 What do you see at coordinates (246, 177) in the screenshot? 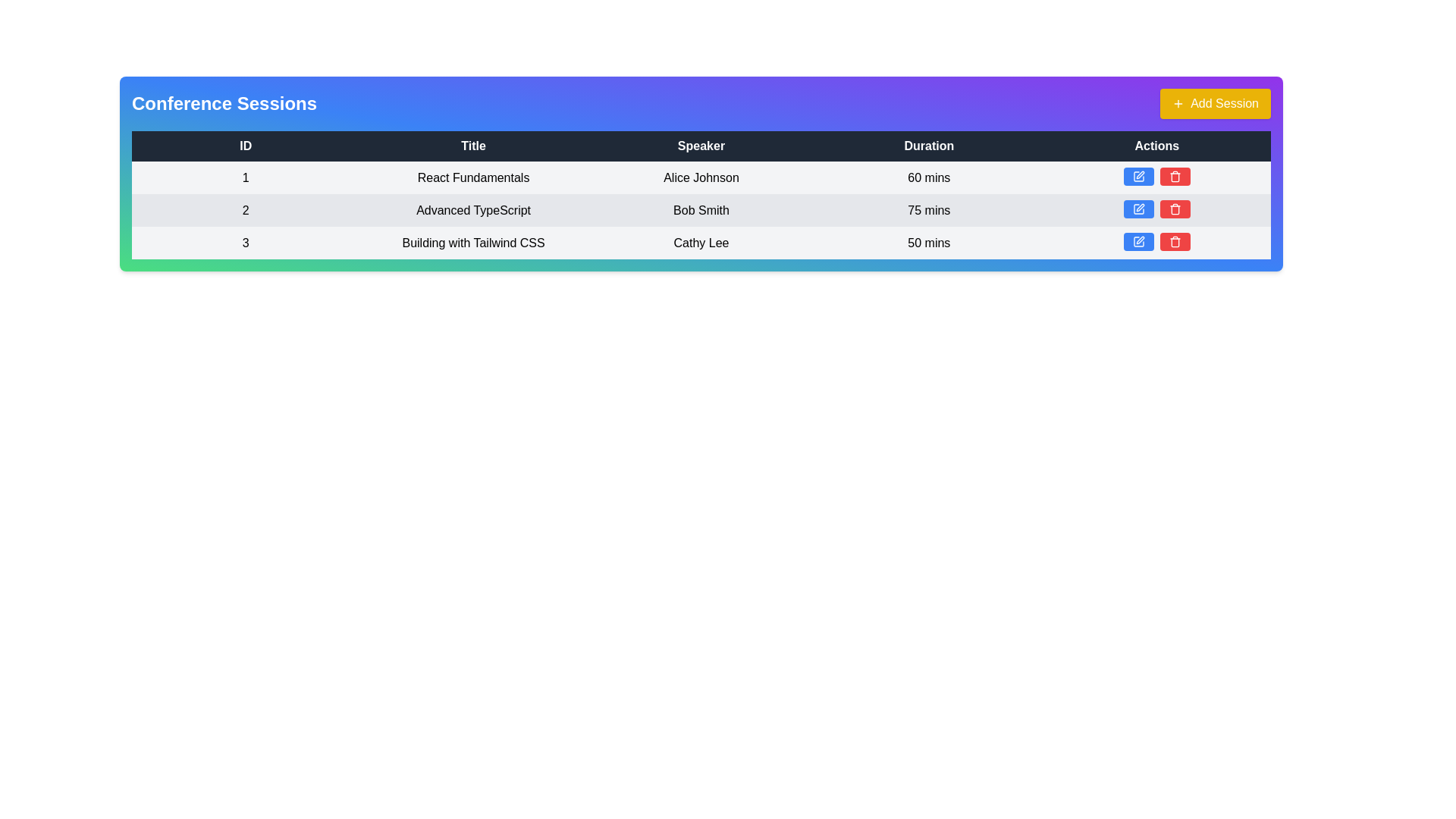
I see `the first table cell in the 'Conference Sessions' table, which serves as the identifying number for the row under the 'ID' header` at bounding box center [246, 177].